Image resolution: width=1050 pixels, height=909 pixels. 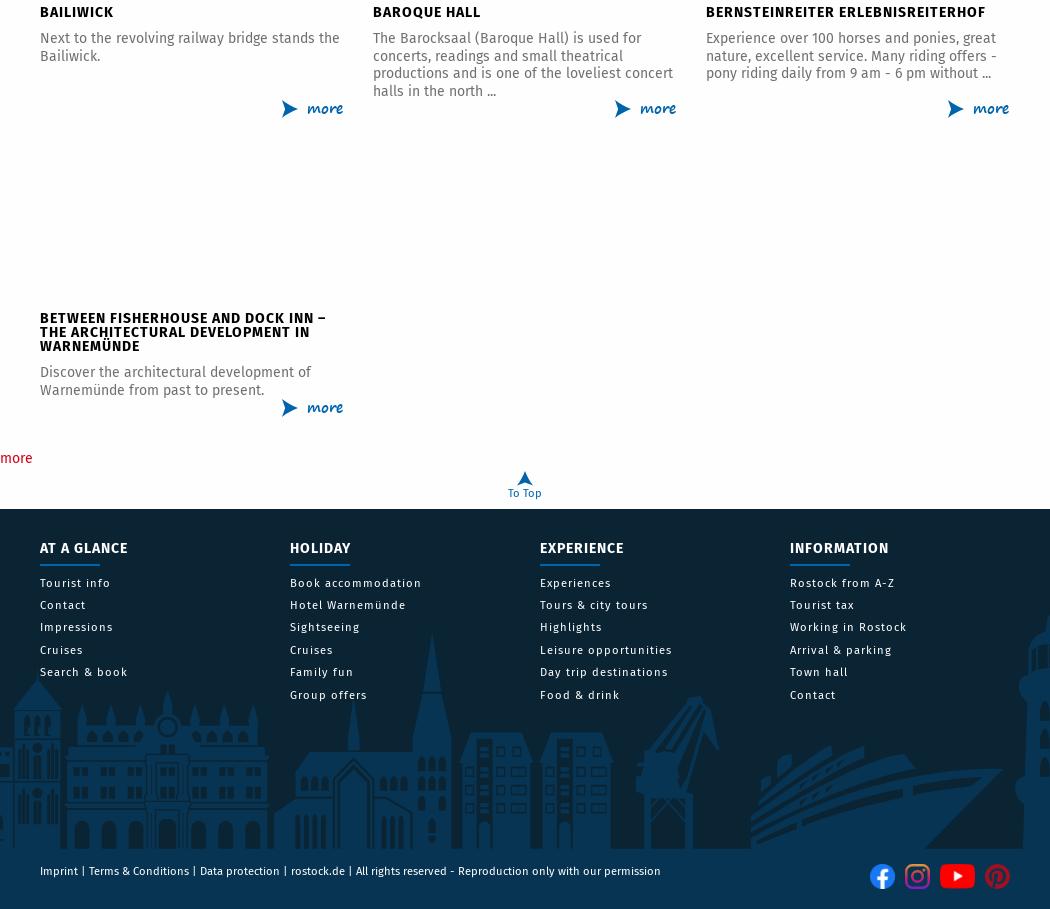 I want to click on 'Tourist tax', so click(x=821, y=605).